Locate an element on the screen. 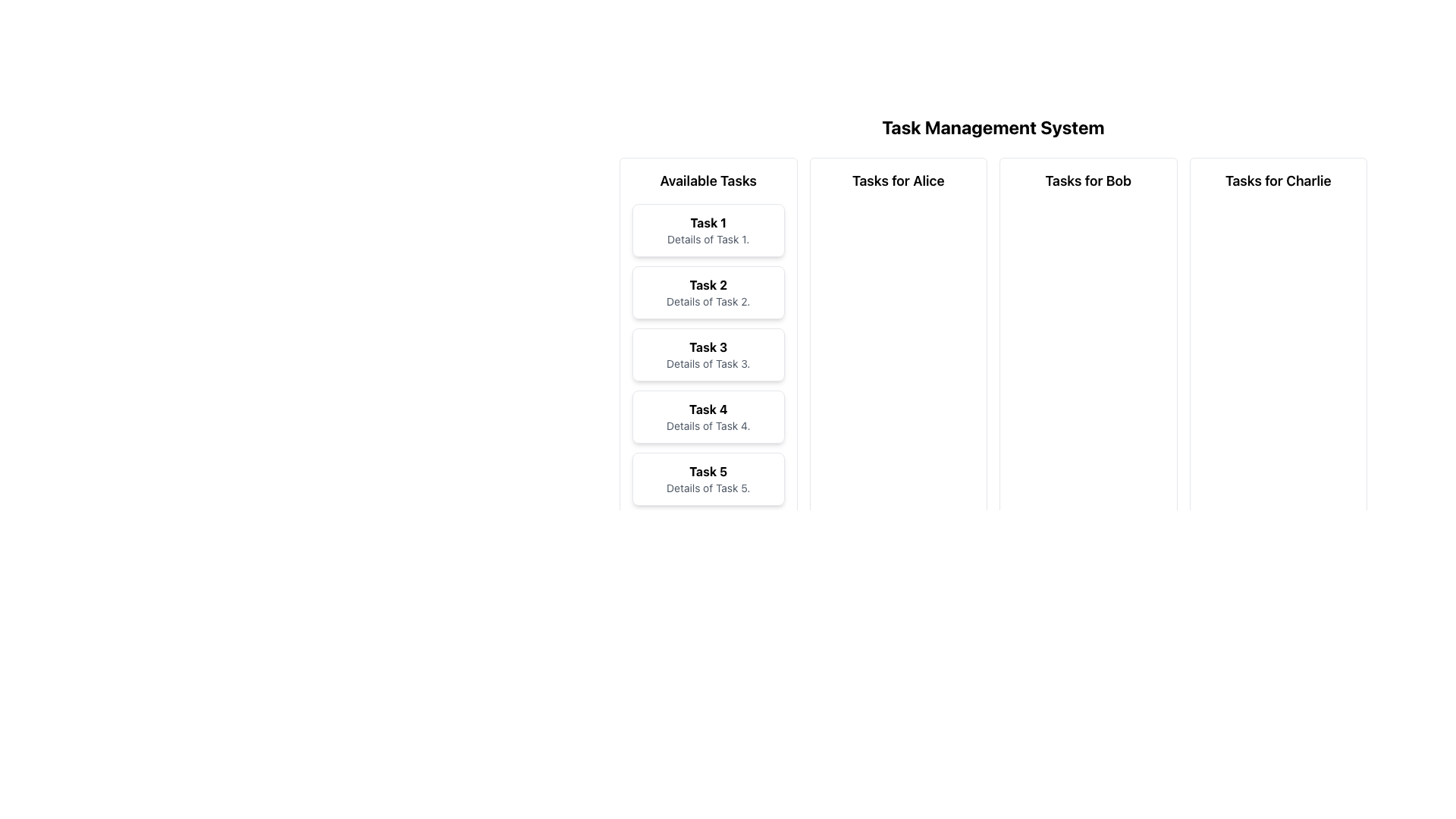  the header text 'Task 2', which is bold and located at the top of the second card in the 'Available Tasks' column is located at coordinates (708, 284).